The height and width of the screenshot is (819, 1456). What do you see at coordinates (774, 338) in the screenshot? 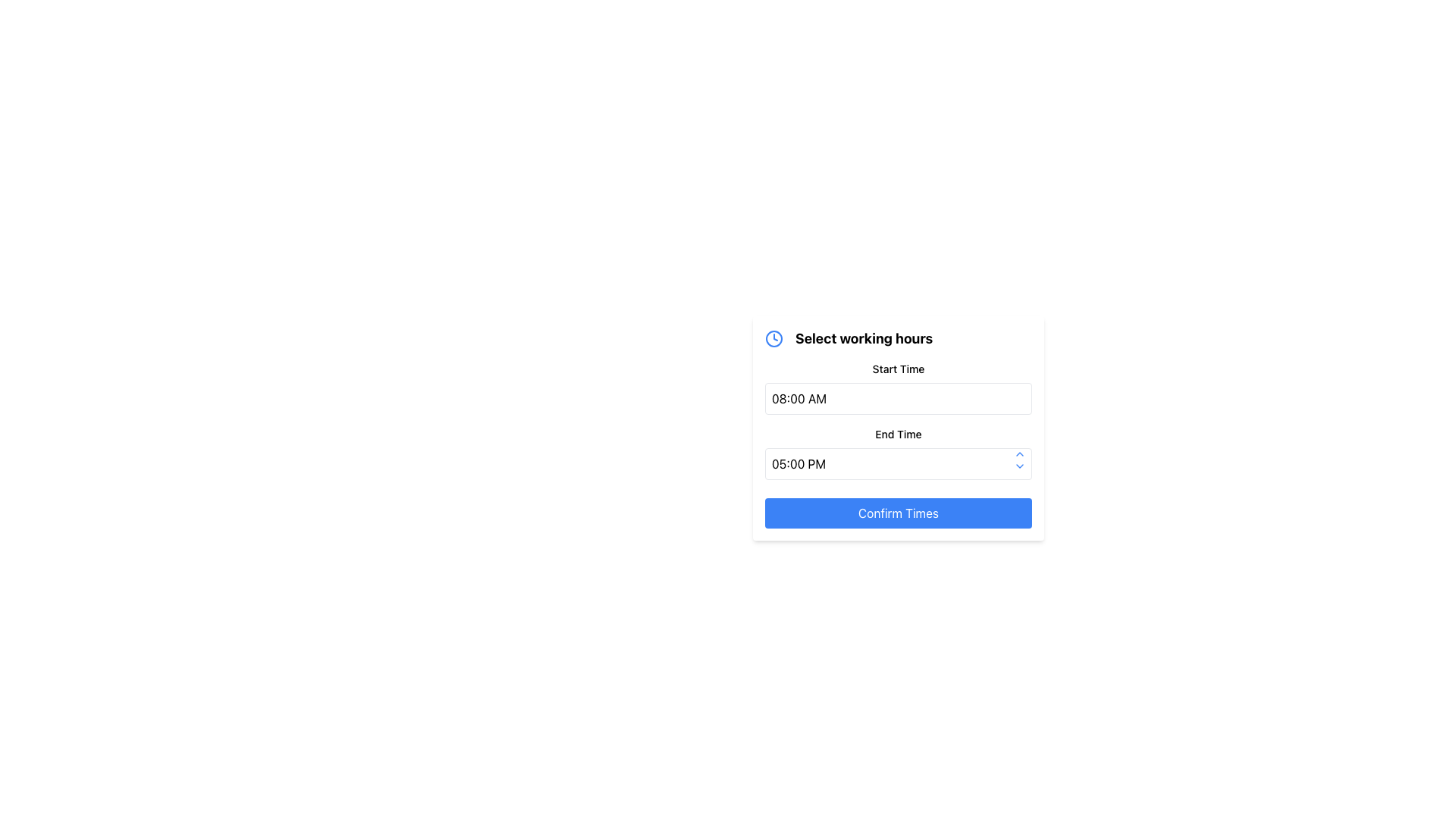
I see `the circular outline of the clock icon located at the top-left of the dialog box, adjacent to the text 'Select working hours'` at bounding box center [774, 338].